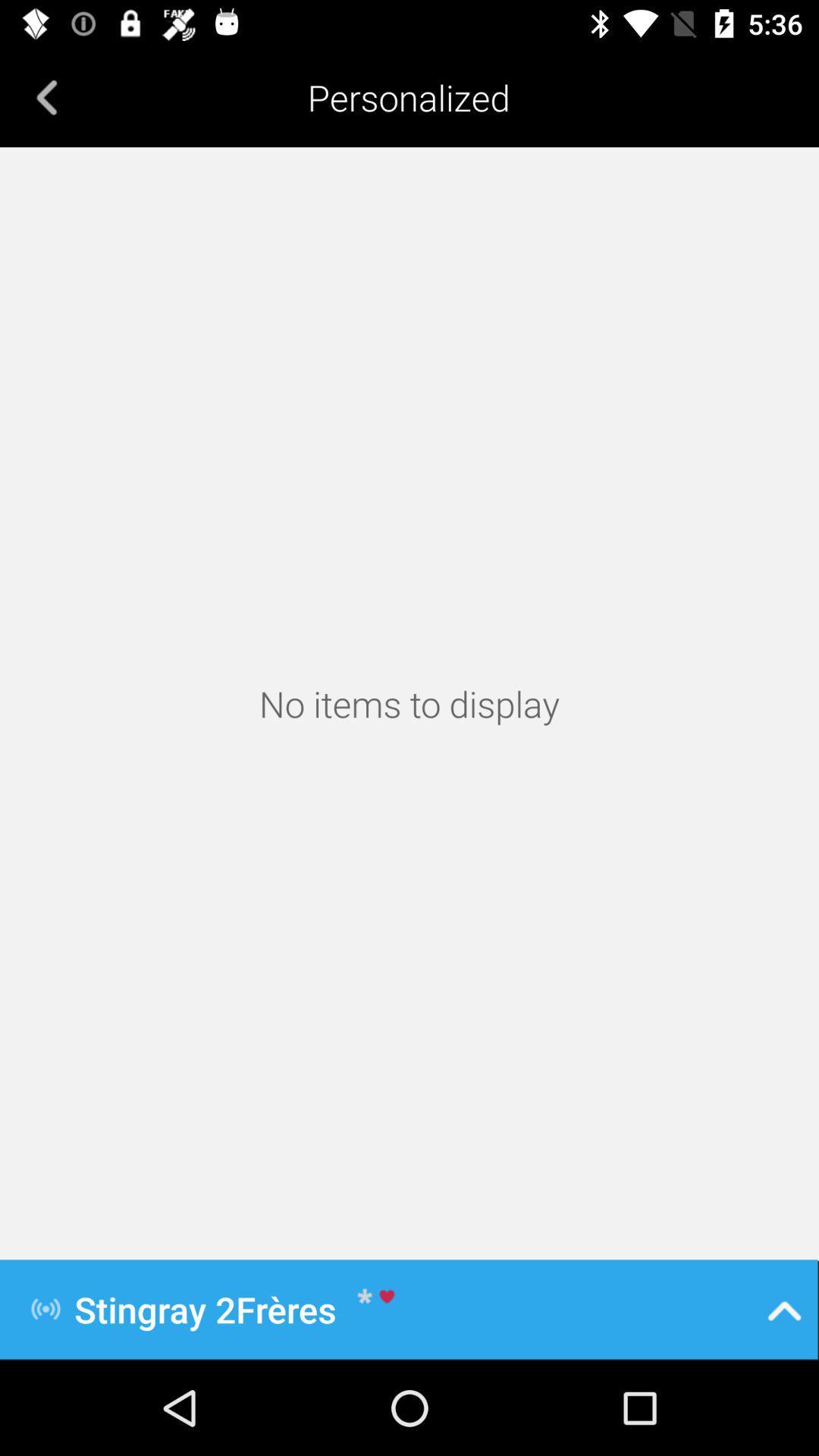  What do you see at coordinates (784, 1308) in the screenshot?
I see `the expand_less icon` at bounding box center [784, 1308].